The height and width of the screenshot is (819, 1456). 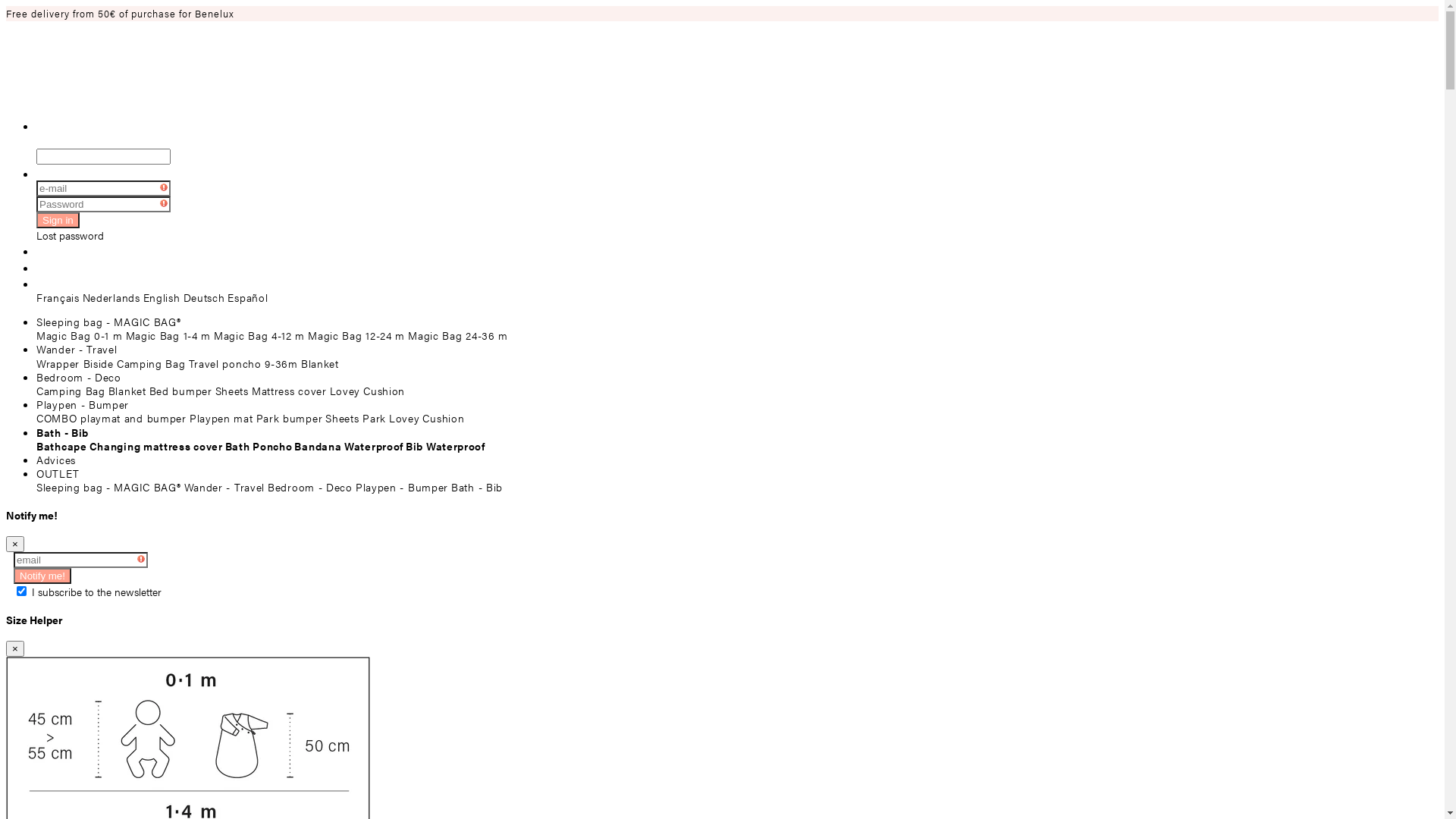 I want to click on 'Blanket', so click(x=127, y=390).